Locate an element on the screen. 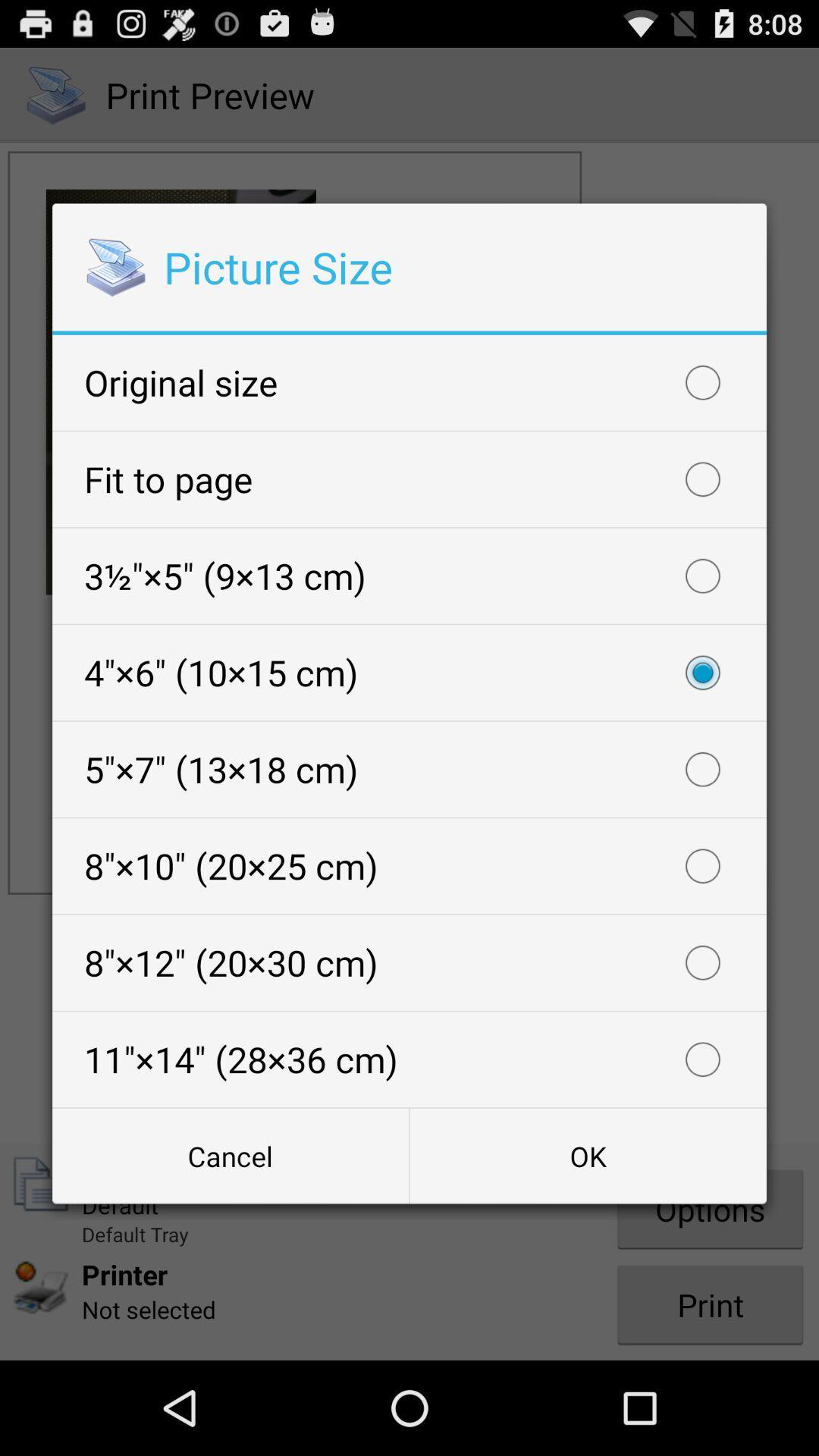 The image size is (819, 1456). the icon below the 11 14 28 is located at coordinates (231, 1155).